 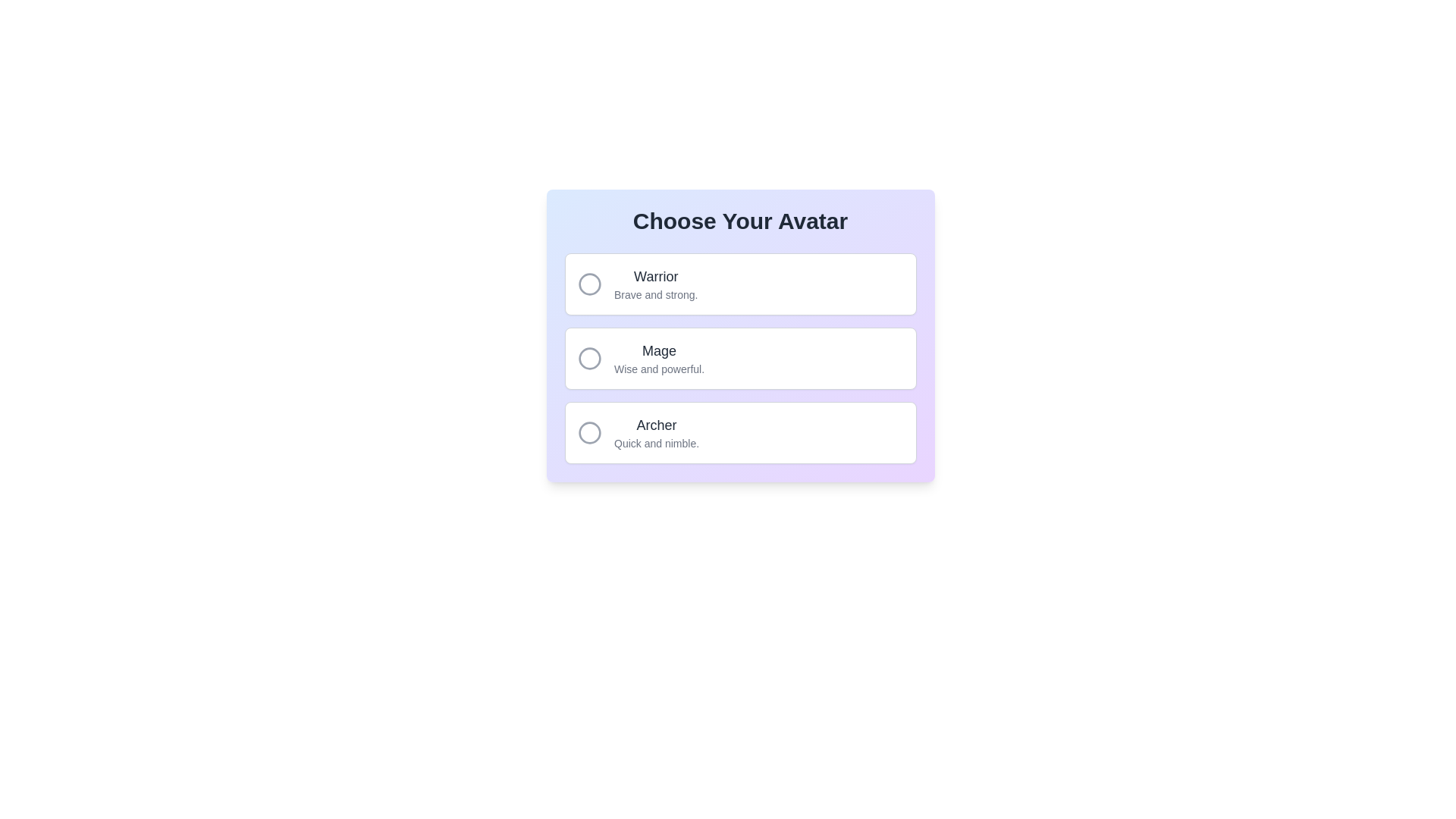 I want to click on the text label displaying 'Brave and strong.' which is styled in a small, light gray font and positioned below 'Warrior' in the first selectable option of the list titled 'Choose Your Avatar.', so click(x=655, y=295).